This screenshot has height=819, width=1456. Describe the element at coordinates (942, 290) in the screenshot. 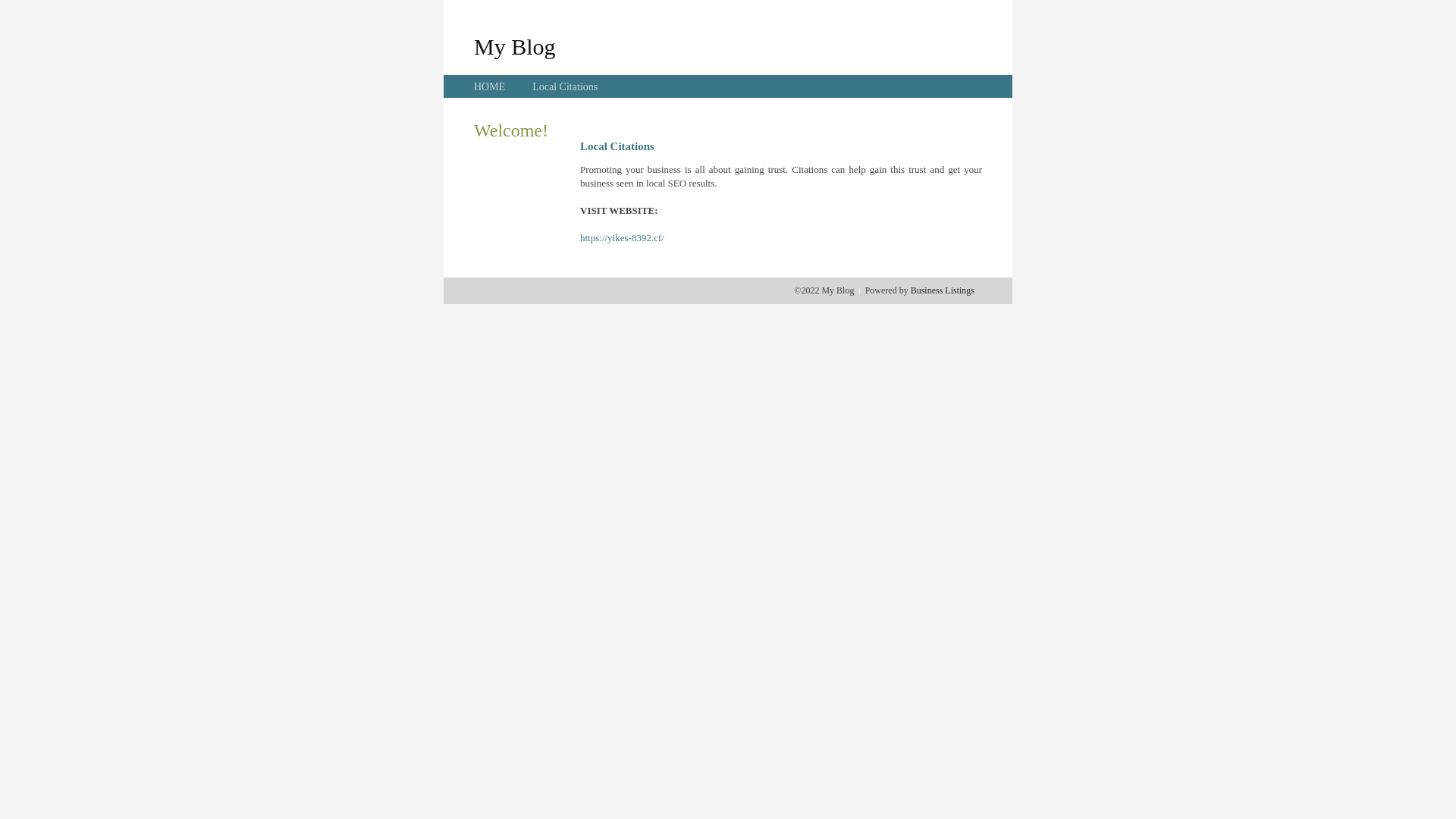

I see `'Business Listings'` at that location.